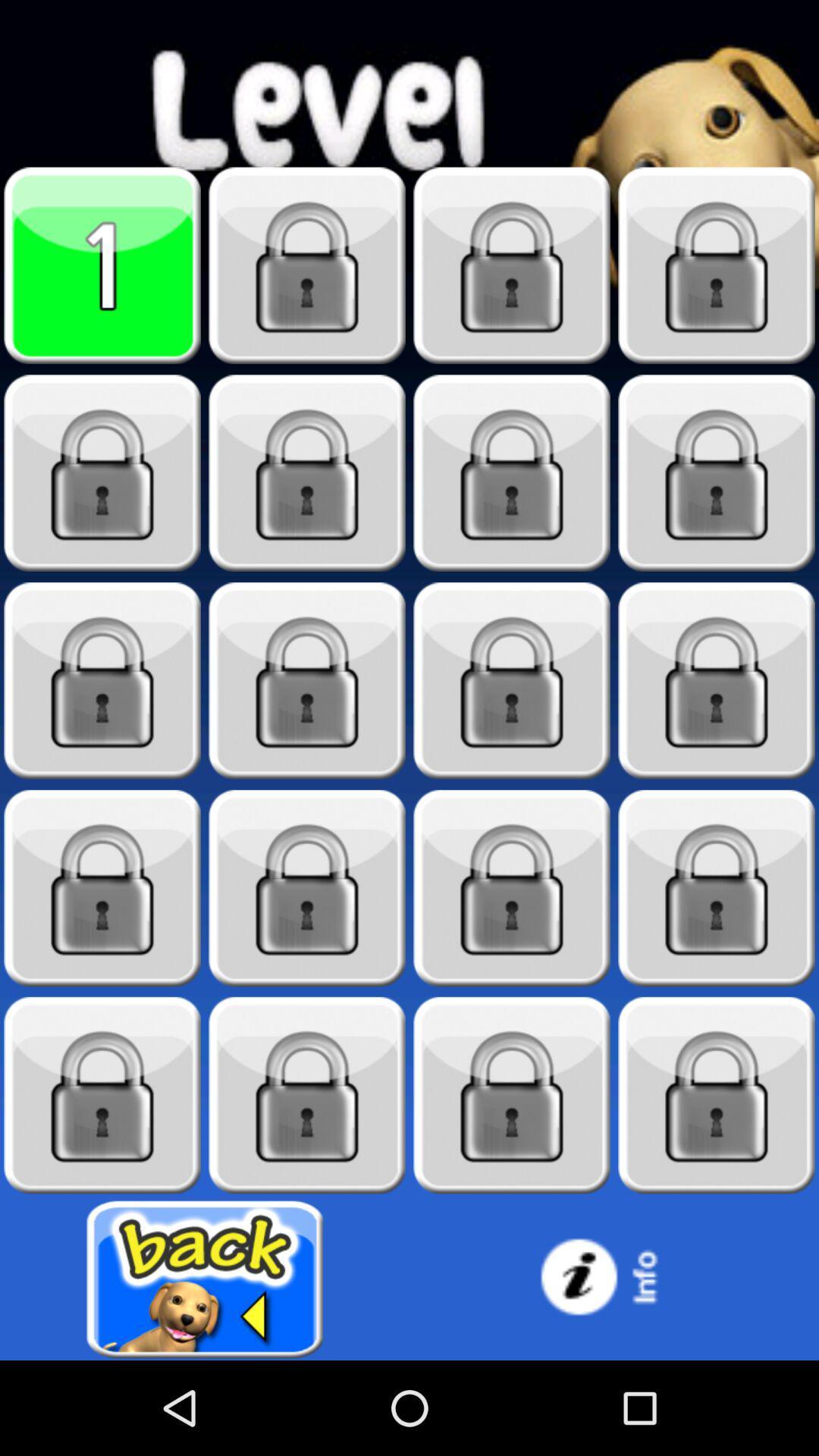  Describe the element at coordinates (102, 265) in the screenshot. I see `level` at that location.